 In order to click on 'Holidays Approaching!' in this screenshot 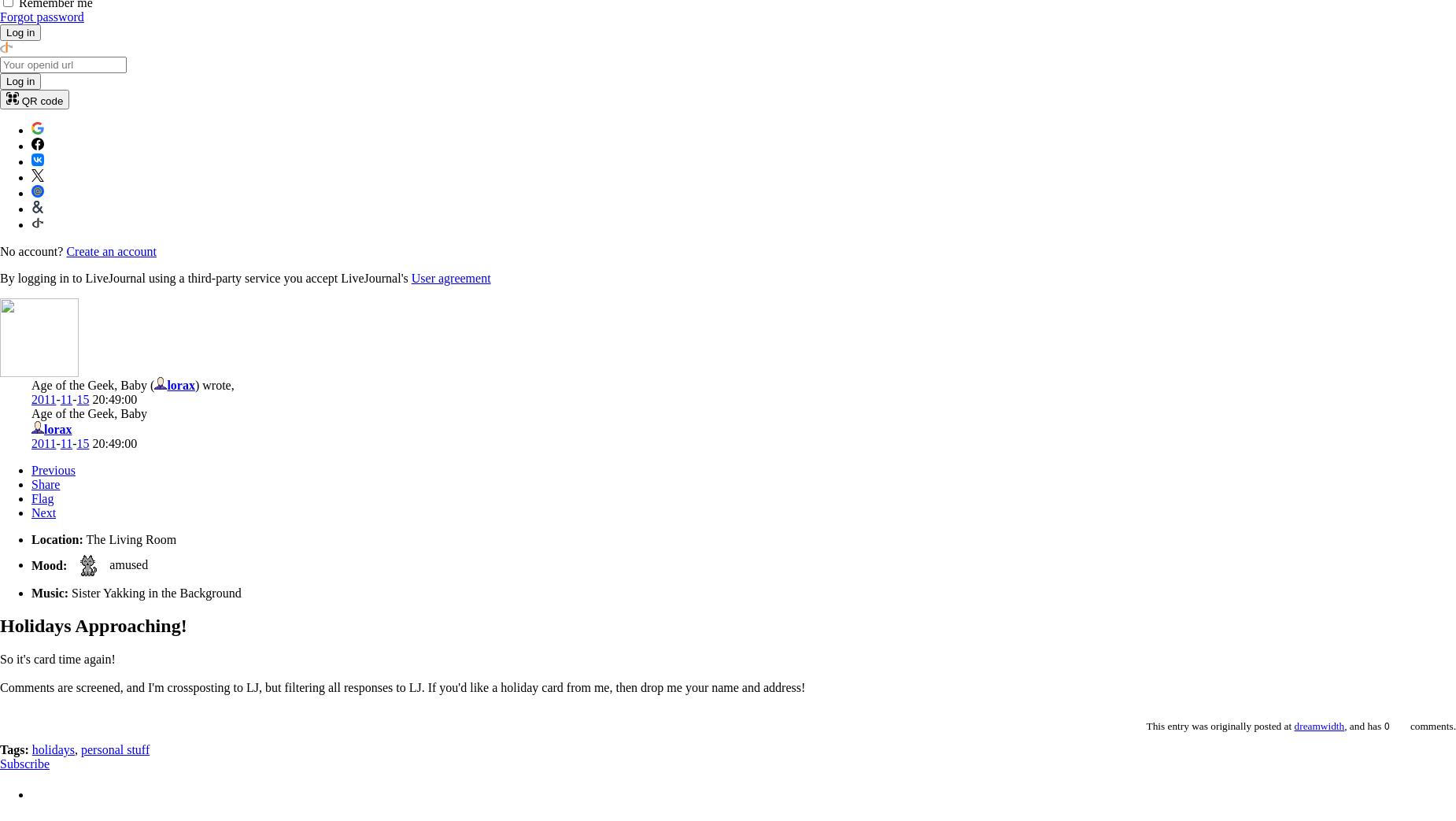, I will do `click(92, 624)`.